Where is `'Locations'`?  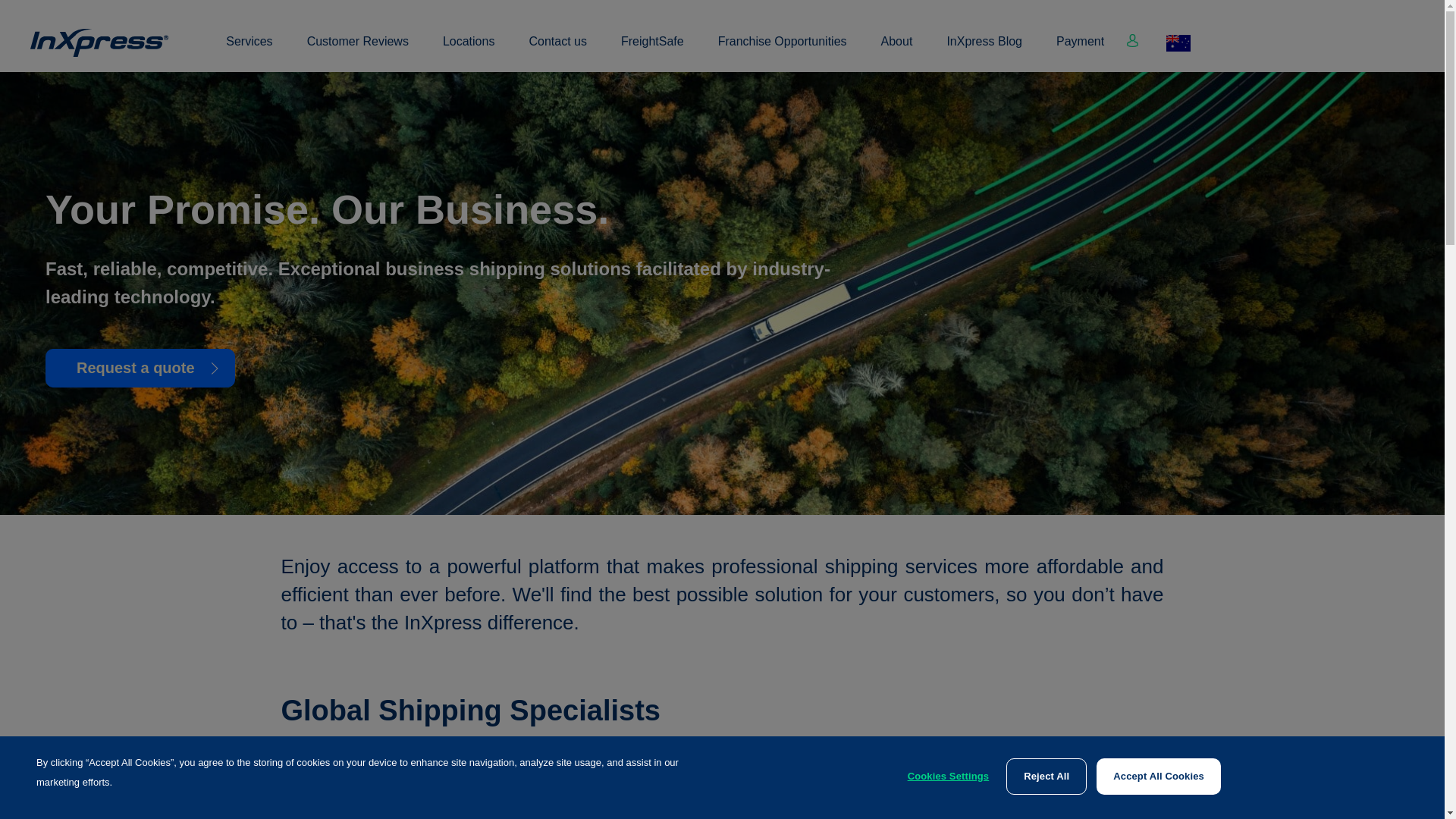
'Locations' is located at coordinates (468, 49).